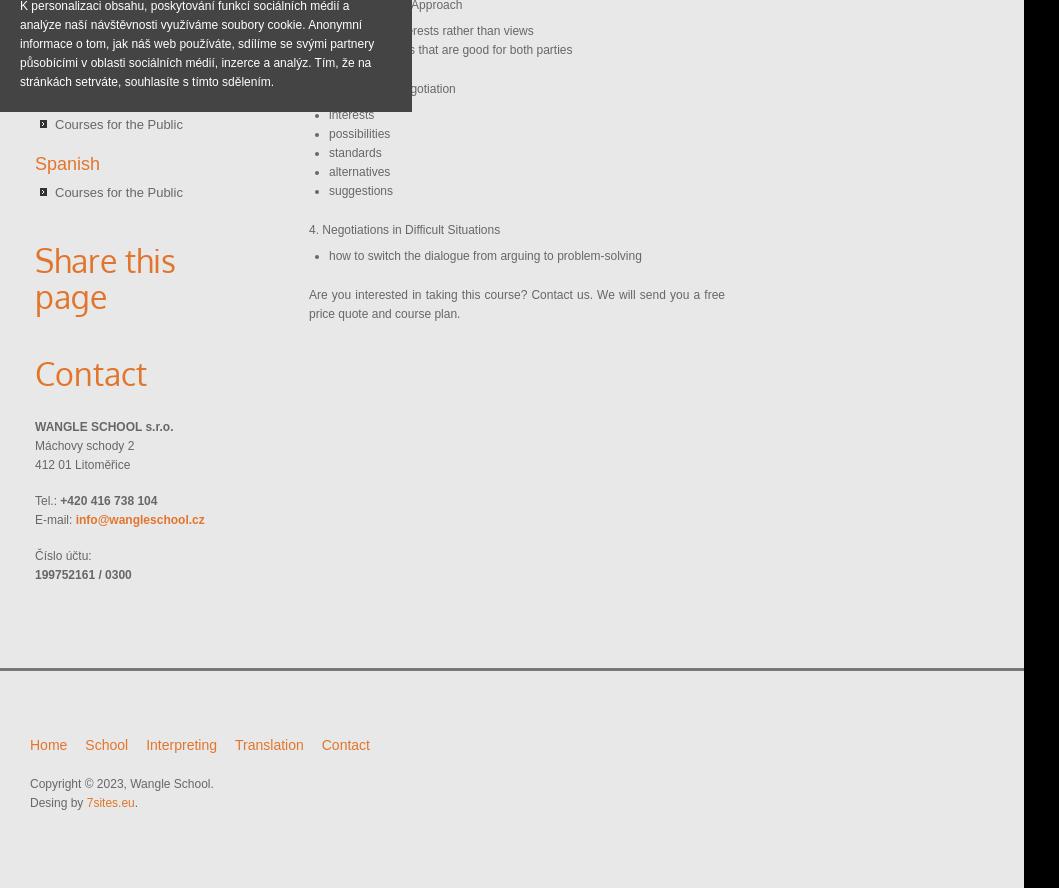  Describe the element at coordinates (328, 152) in the screenshot. I see `'standards'` at that location.